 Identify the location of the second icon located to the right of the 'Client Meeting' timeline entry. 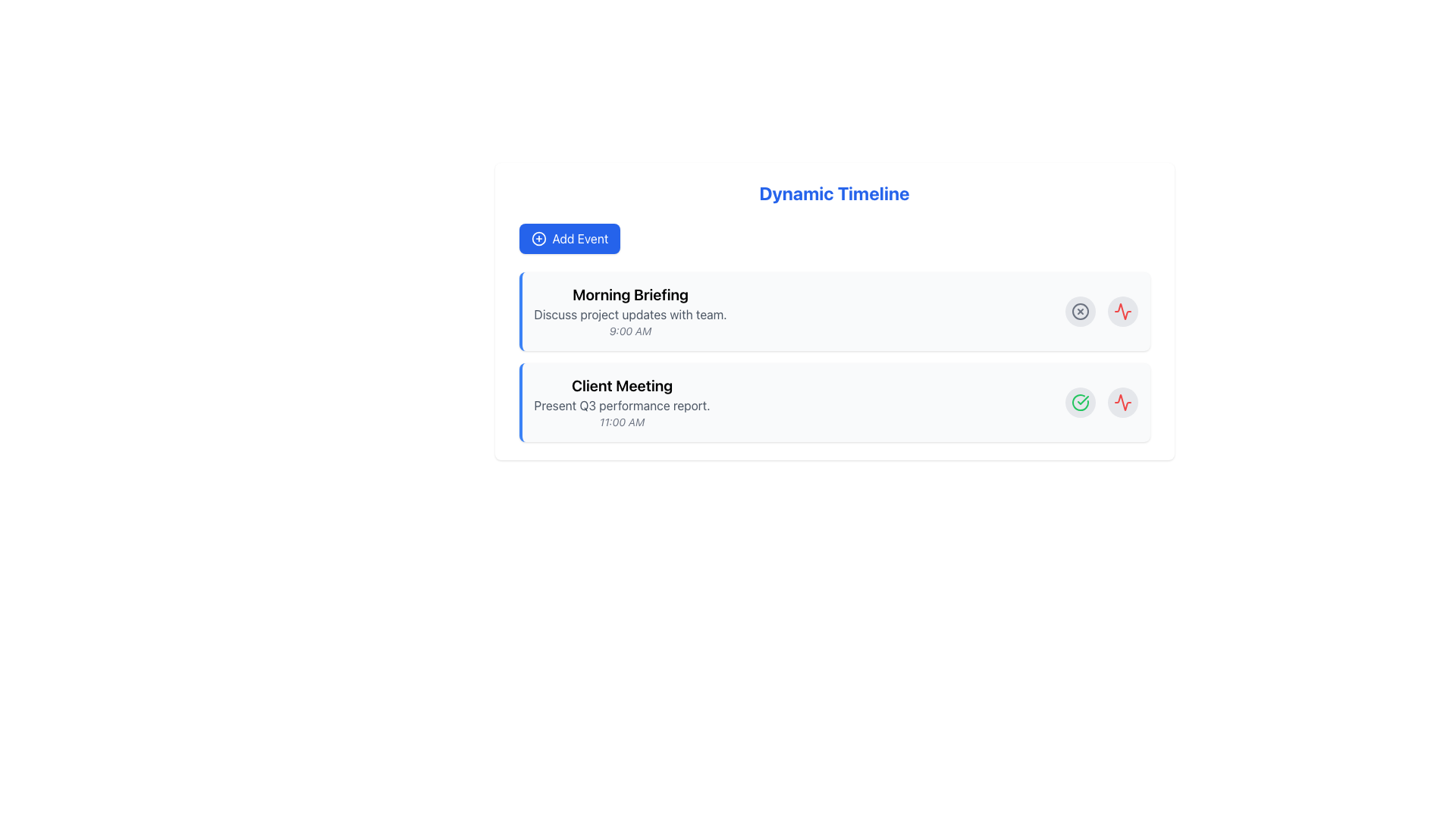
(1079, 402).